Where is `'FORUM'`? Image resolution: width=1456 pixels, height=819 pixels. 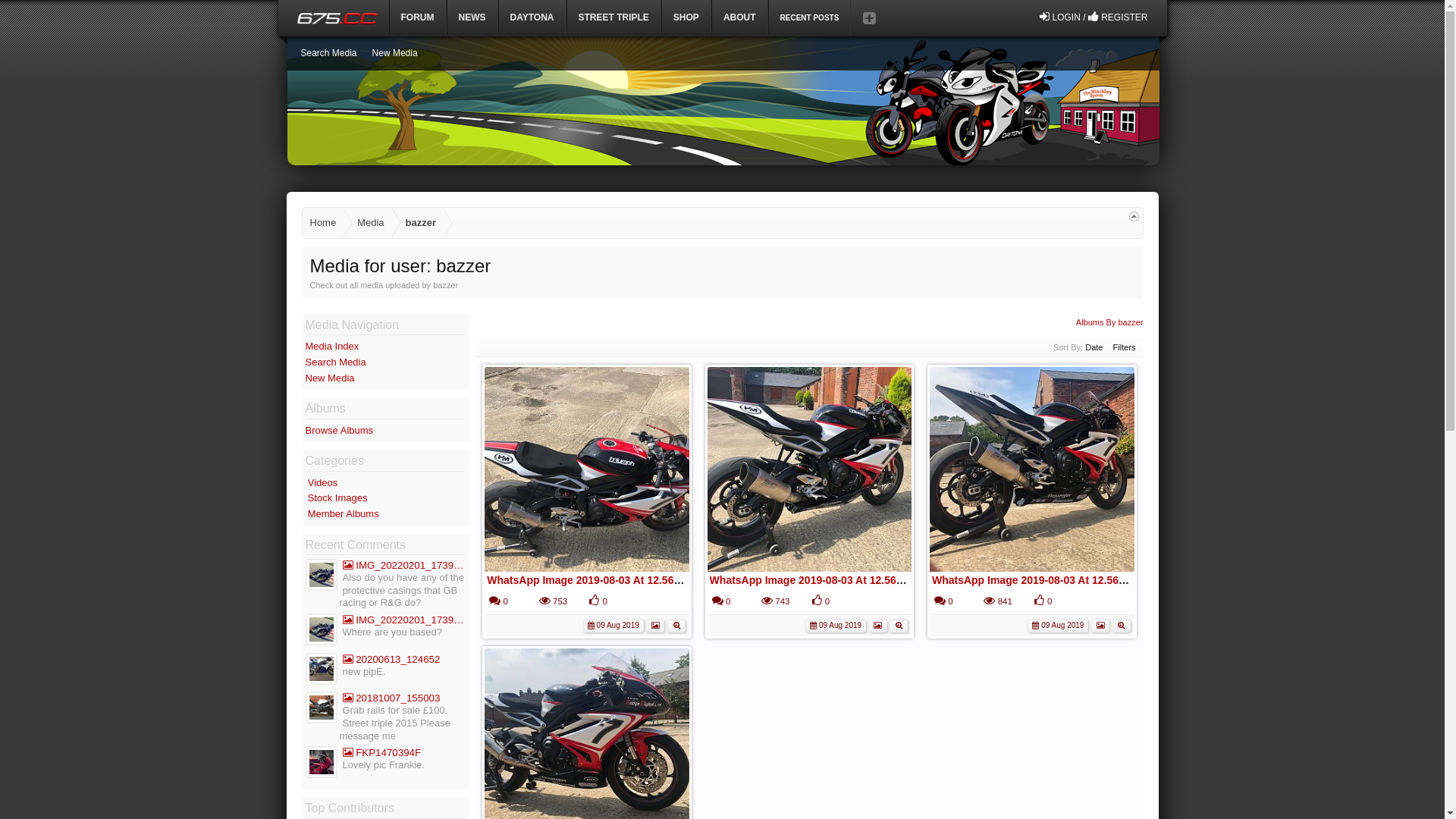 'FORUM' is located at coordinates (389, 17).